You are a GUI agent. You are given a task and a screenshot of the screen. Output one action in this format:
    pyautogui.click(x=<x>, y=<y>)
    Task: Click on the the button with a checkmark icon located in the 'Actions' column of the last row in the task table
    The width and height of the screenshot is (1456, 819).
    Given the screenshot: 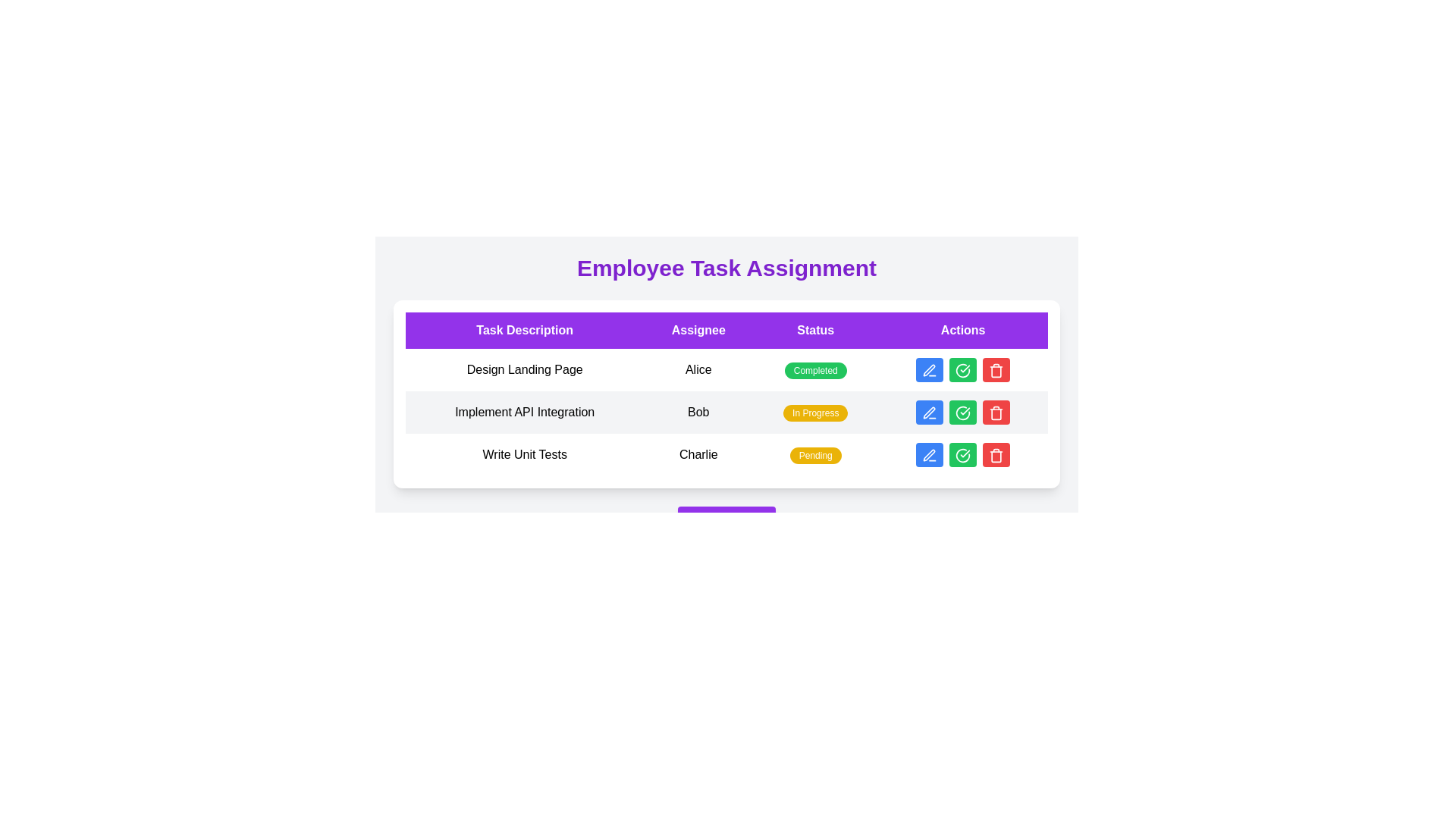 What is the action you would take?
    pyautogui.click(x=962, y=454)
    